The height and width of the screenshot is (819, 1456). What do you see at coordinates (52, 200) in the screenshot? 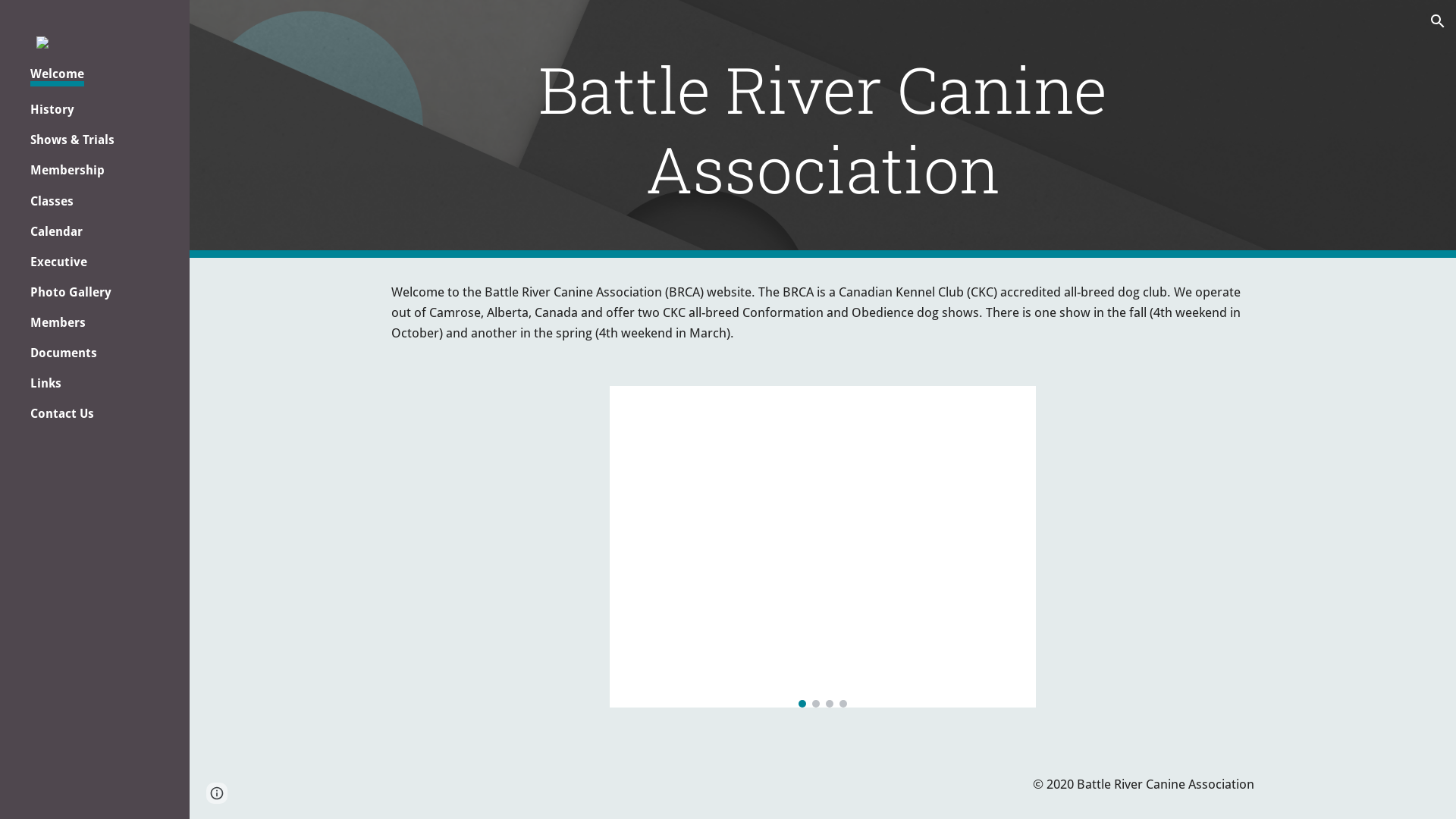
I see `'Classes'` at bounding box center [52, 200].